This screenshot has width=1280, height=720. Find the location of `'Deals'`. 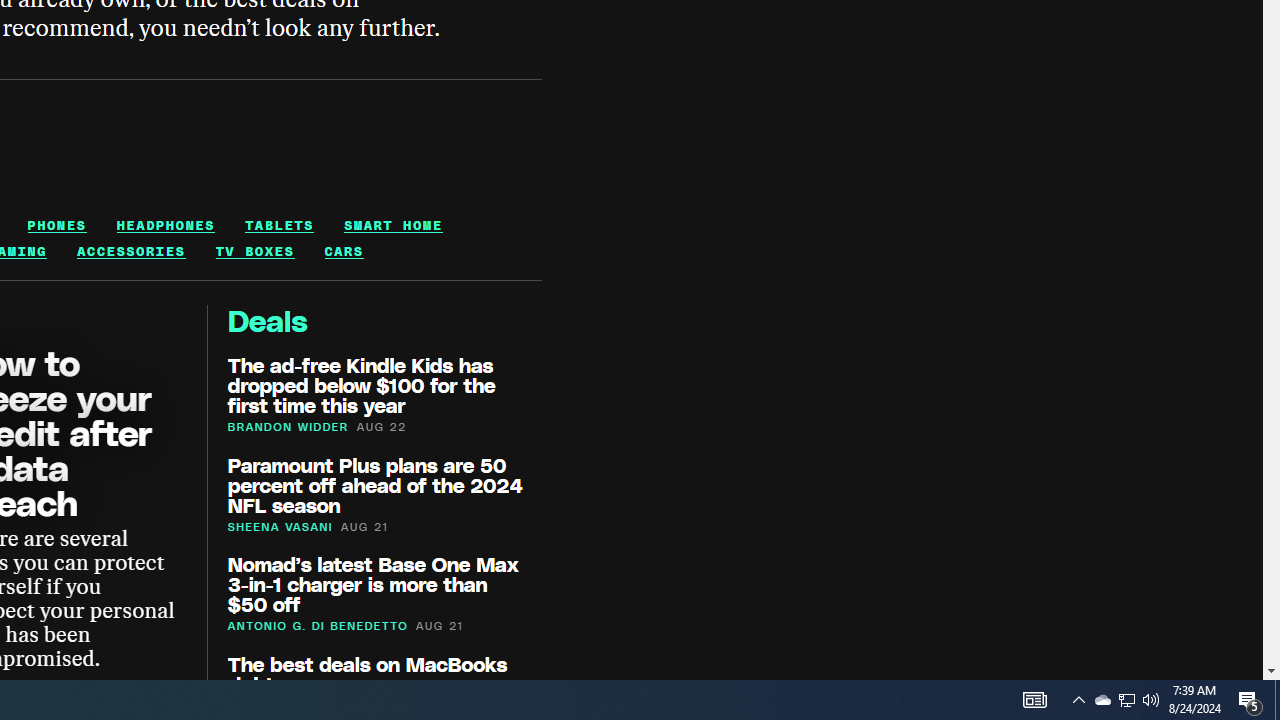

'Deals' is located at coordinates (266, 319).